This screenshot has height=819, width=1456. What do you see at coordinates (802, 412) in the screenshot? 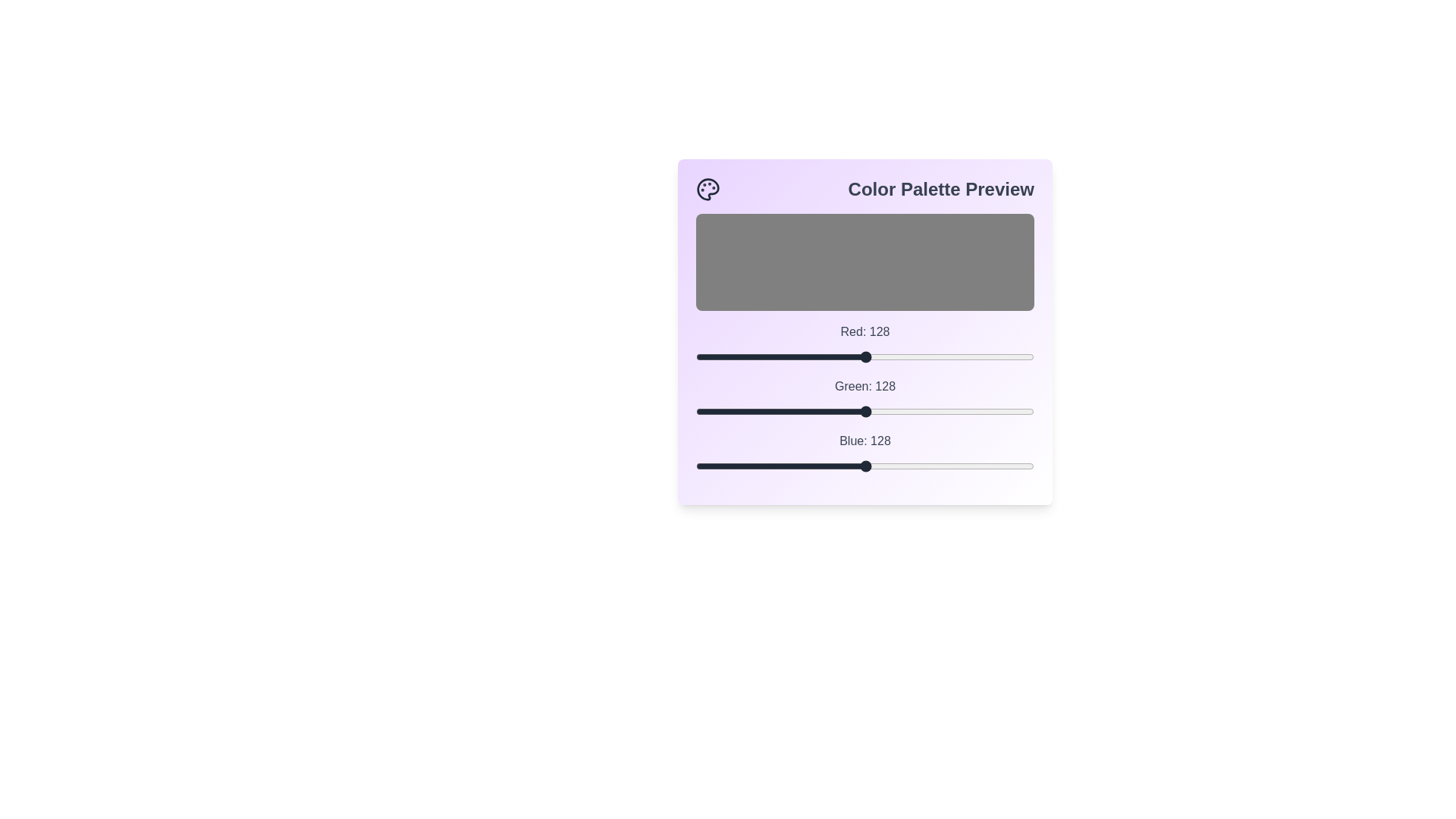
I see `the green intensity` at bounding box center [802, 412].